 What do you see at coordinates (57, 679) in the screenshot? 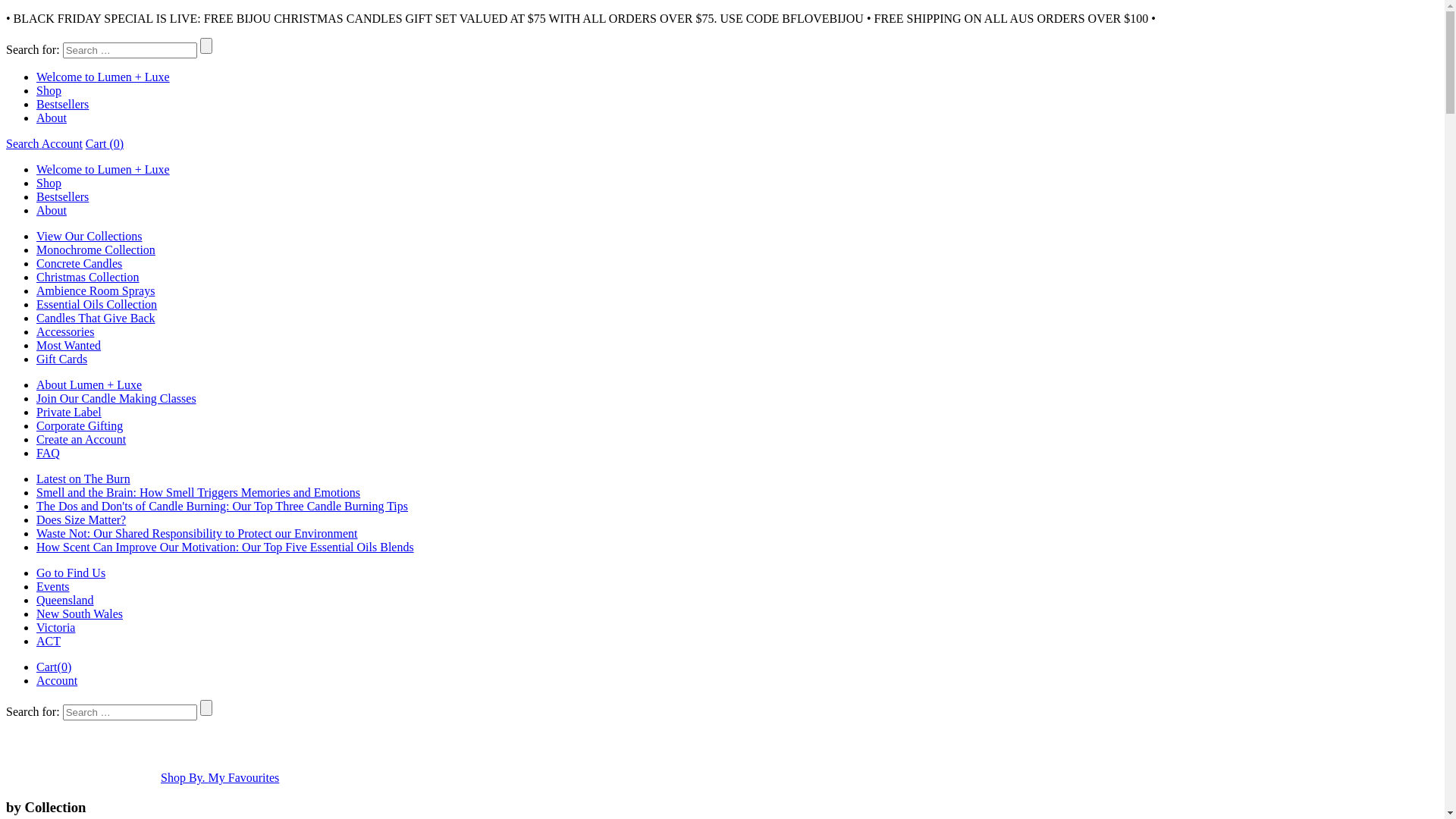
I see `'Account'` at bounding box center [57, 679].